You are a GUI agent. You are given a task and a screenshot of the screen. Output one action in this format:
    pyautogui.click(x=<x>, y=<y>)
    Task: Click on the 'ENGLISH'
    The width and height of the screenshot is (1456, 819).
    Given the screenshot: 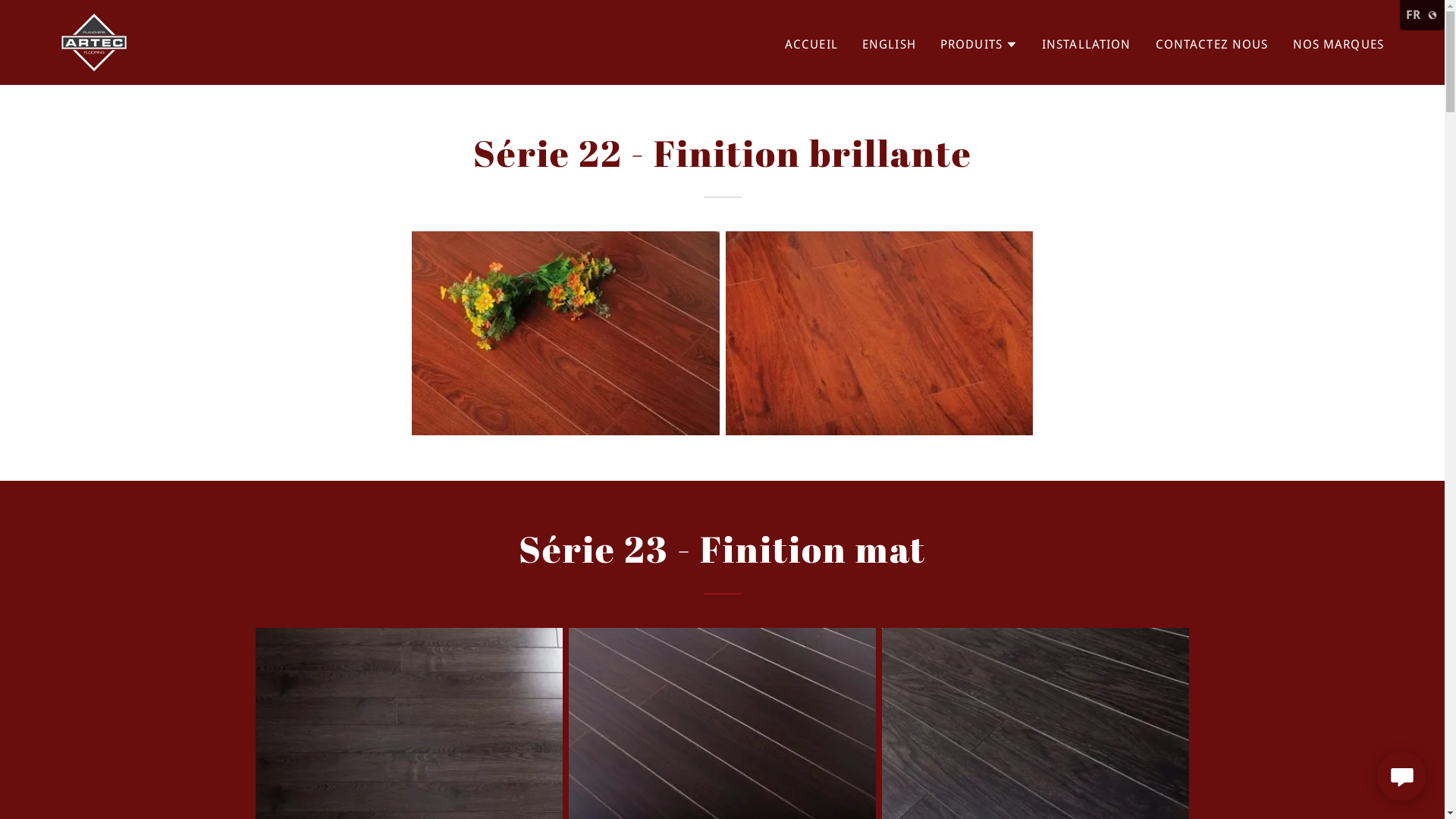 What is the action you would take?
    pyautogui.click(x=889, y=42)
    